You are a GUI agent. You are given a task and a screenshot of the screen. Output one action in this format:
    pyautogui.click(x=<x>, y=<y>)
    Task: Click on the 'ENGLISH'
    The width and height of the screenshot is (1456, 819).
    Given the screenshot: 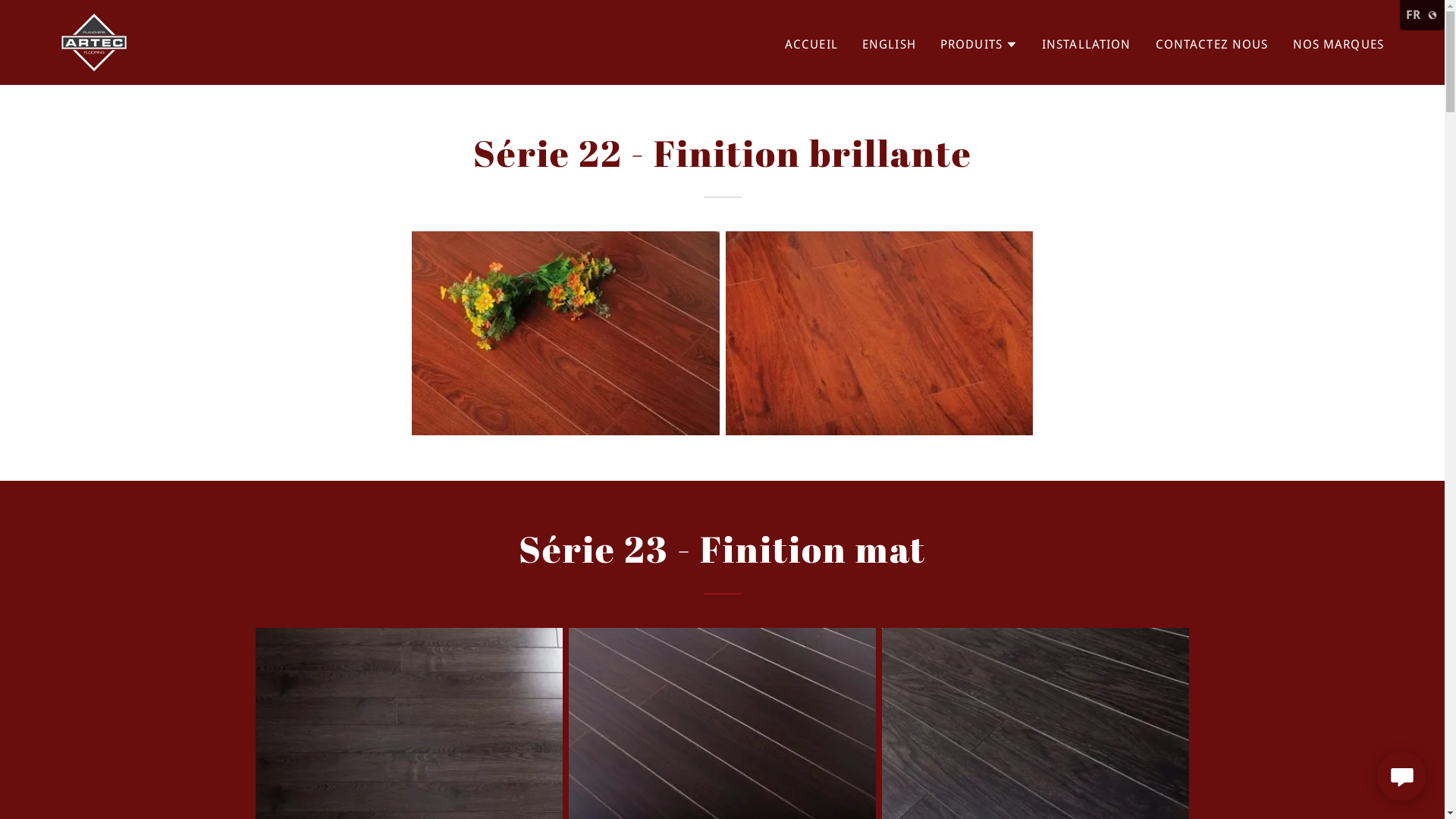 What is the action you would take?
    pyautogui.click(x=889, y=42)
    